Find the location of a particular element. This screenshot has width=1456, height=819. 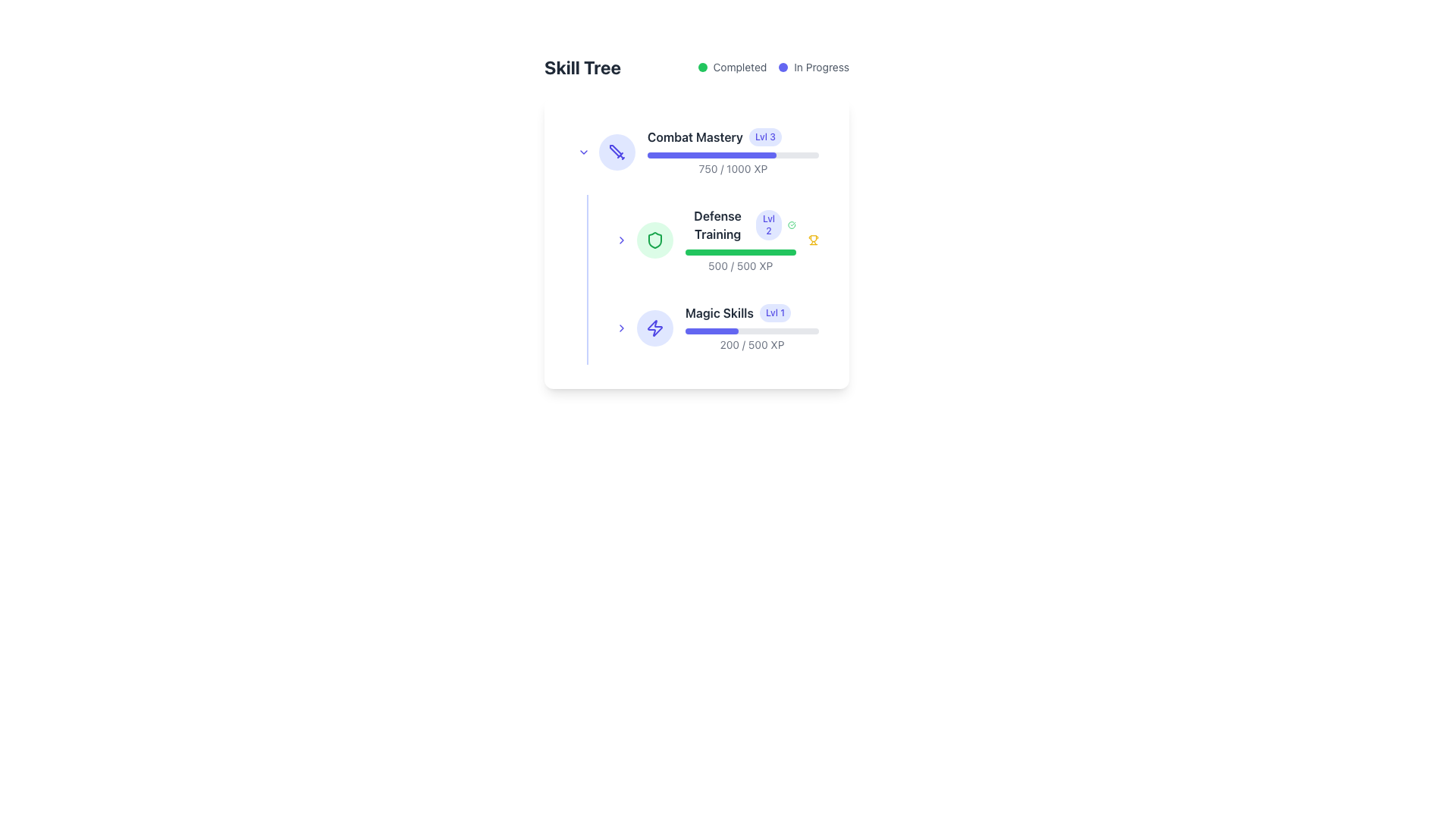

the static text label reading 'Completed', which is styled with a smaller font size and gray color, located immediately to the right of a green circular icon in the top-right section of the interface, to potentially view tooltips is located at coordinates (739, 66).